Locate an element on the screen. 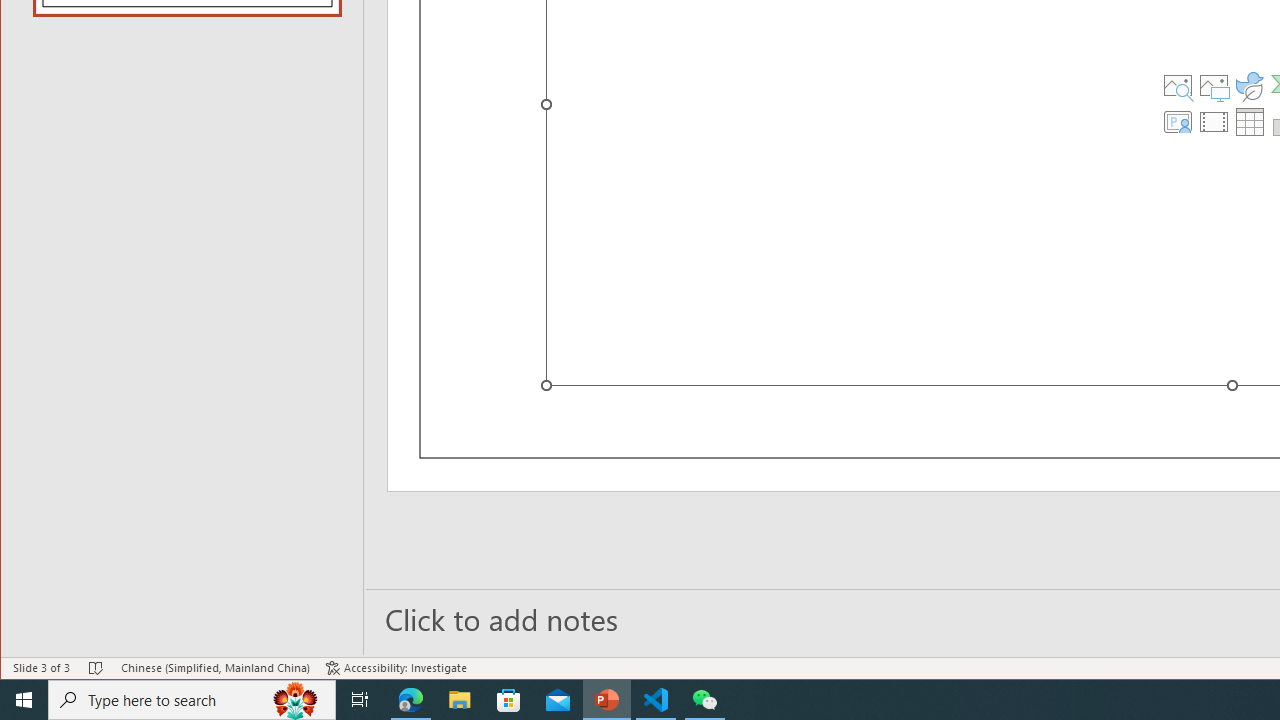 Image resolution: width=1280 pixels, height=720 pixels. 'WeChat - 1 running window' is located at coordinates (705, 698).